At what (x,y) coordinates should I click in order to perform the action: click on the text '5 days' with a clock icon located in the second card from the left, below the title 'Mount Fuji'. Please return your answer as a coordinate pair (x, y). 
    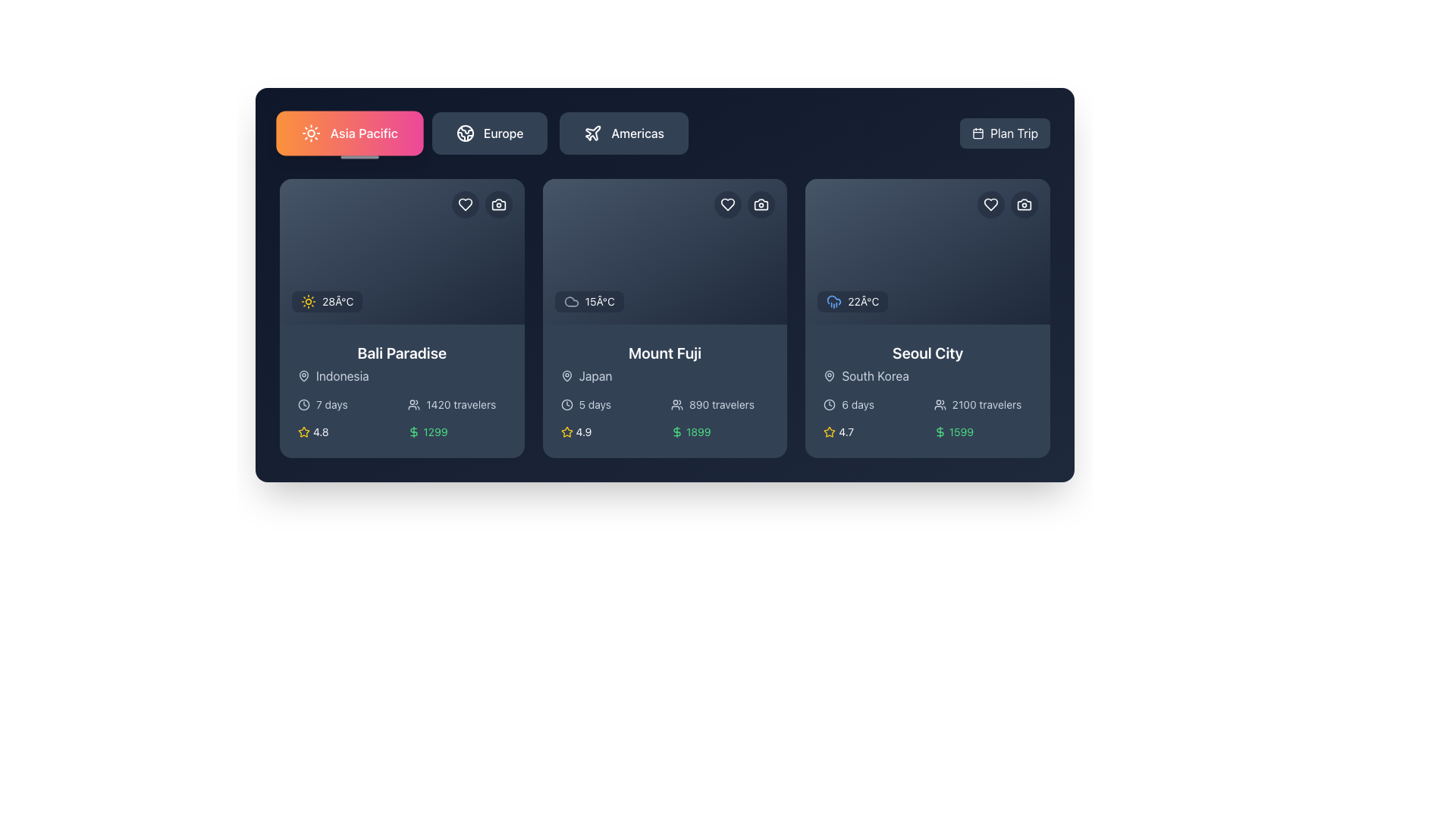
    Looking at the image, I should click on (610, 403).